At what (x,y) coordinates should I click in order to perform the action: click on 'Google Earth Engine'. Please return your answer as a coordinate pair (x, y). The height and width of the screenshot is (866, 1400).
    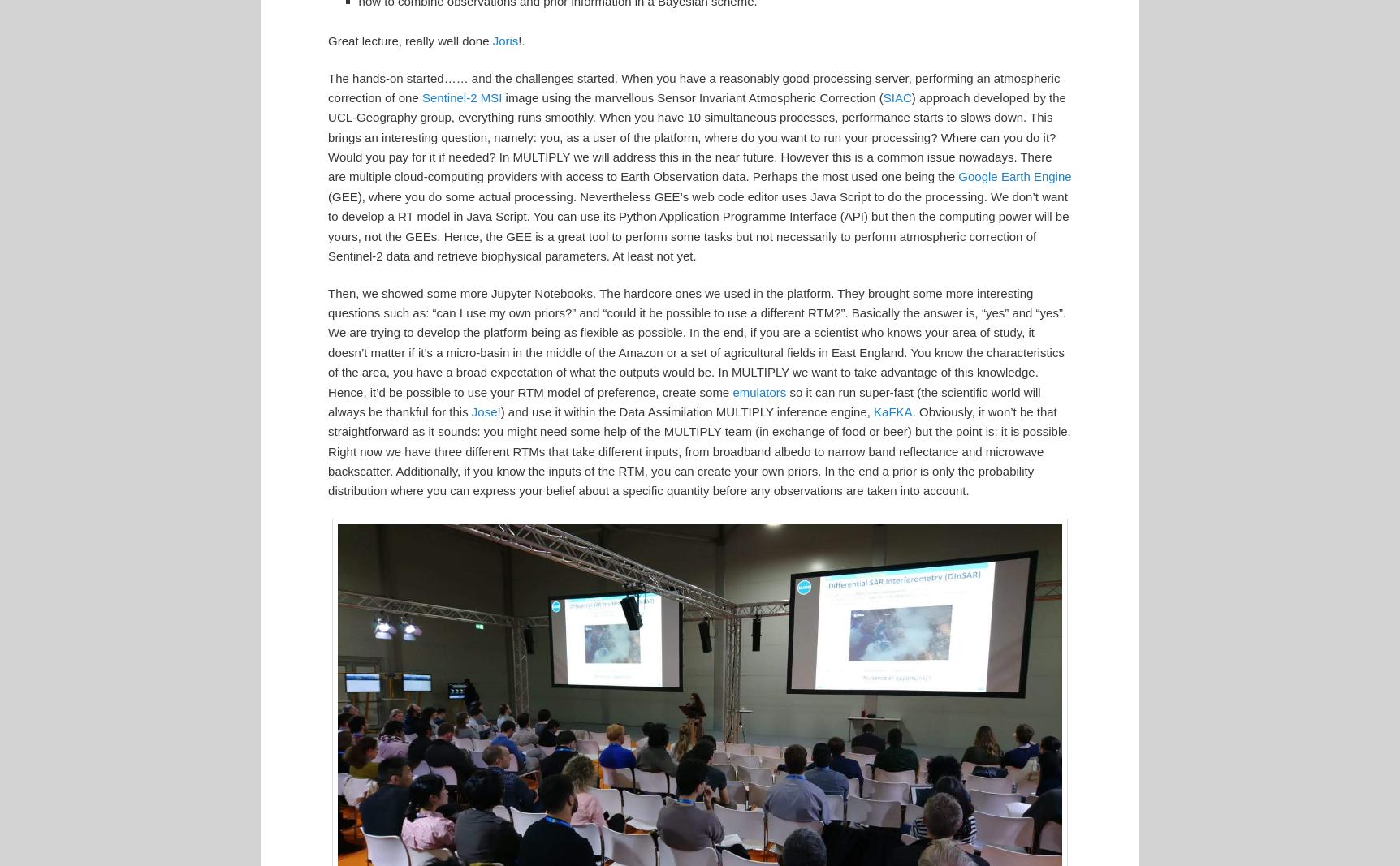
    Looking at the image, I should click on (1013, 176).